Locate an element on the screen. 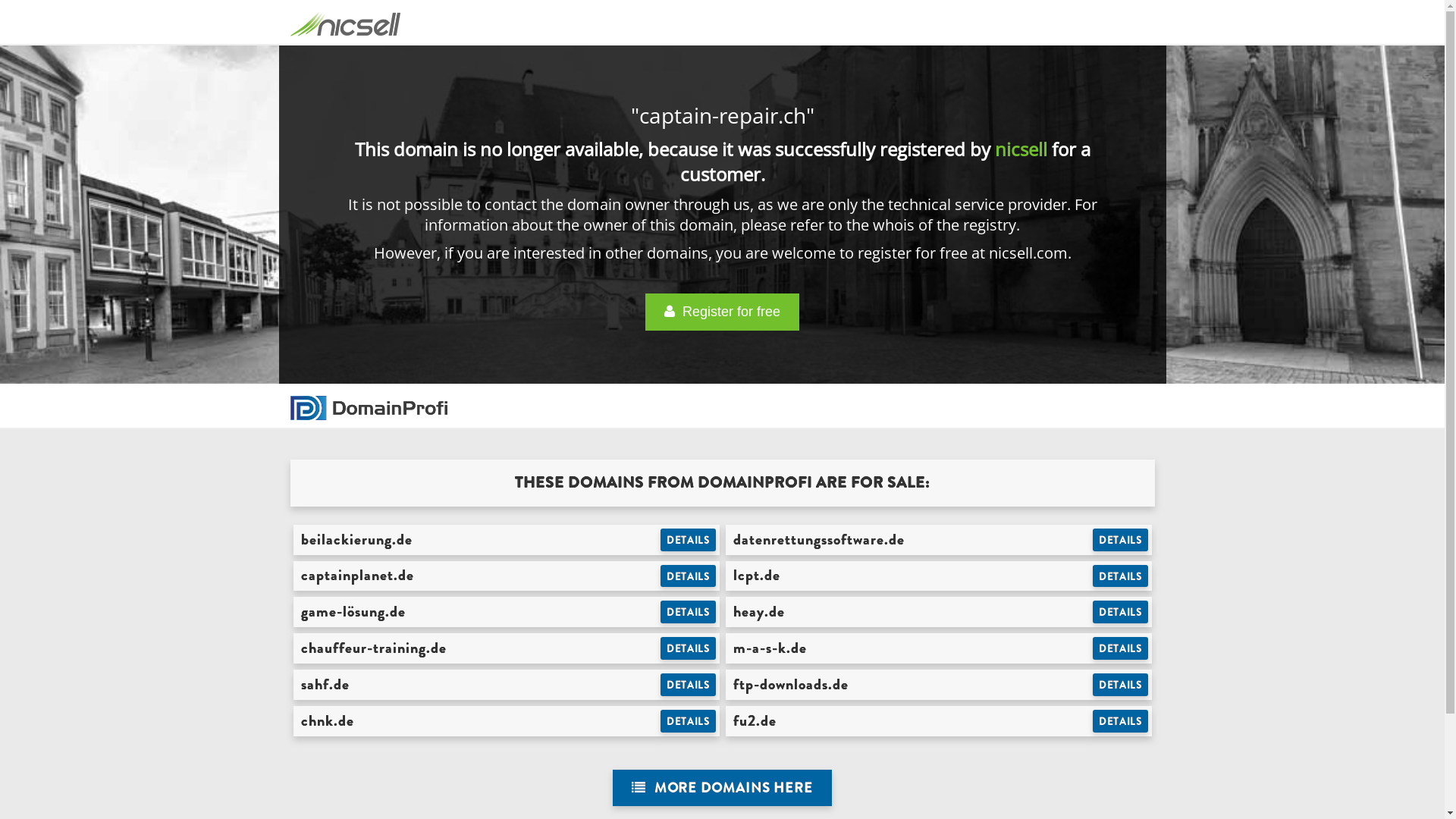  'DETAILS' is located at coordinates (660, 576).